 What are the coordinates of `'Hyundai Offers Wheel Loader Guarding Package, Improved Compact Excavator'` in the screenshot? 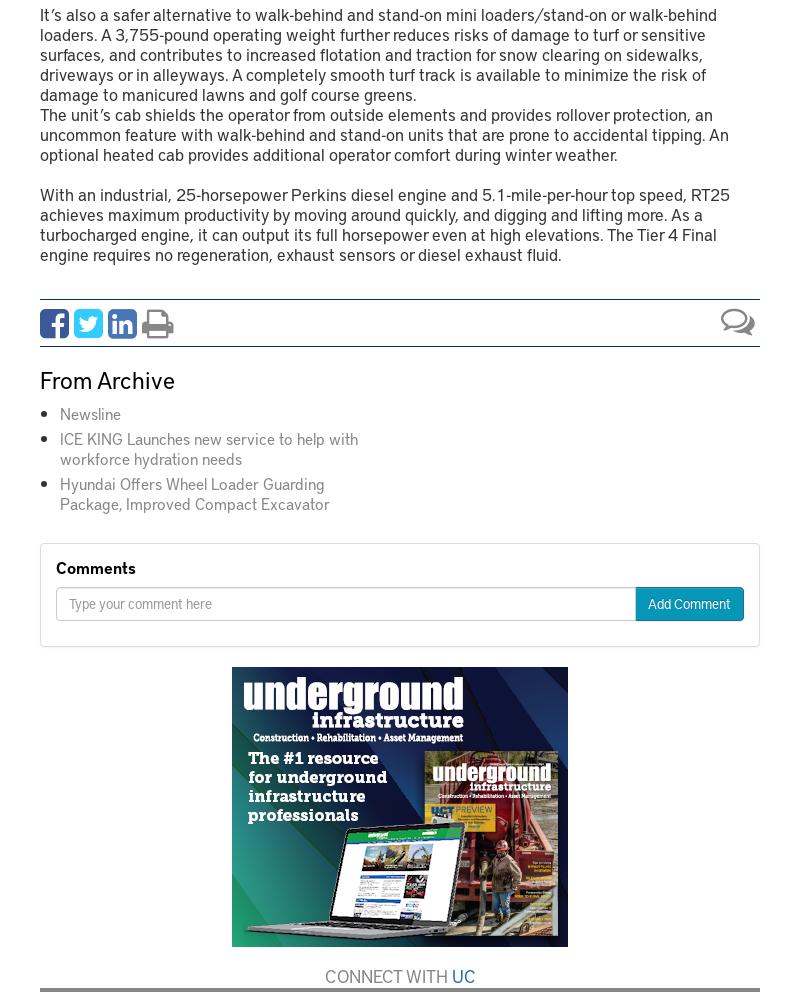 It's located at (59, 491).